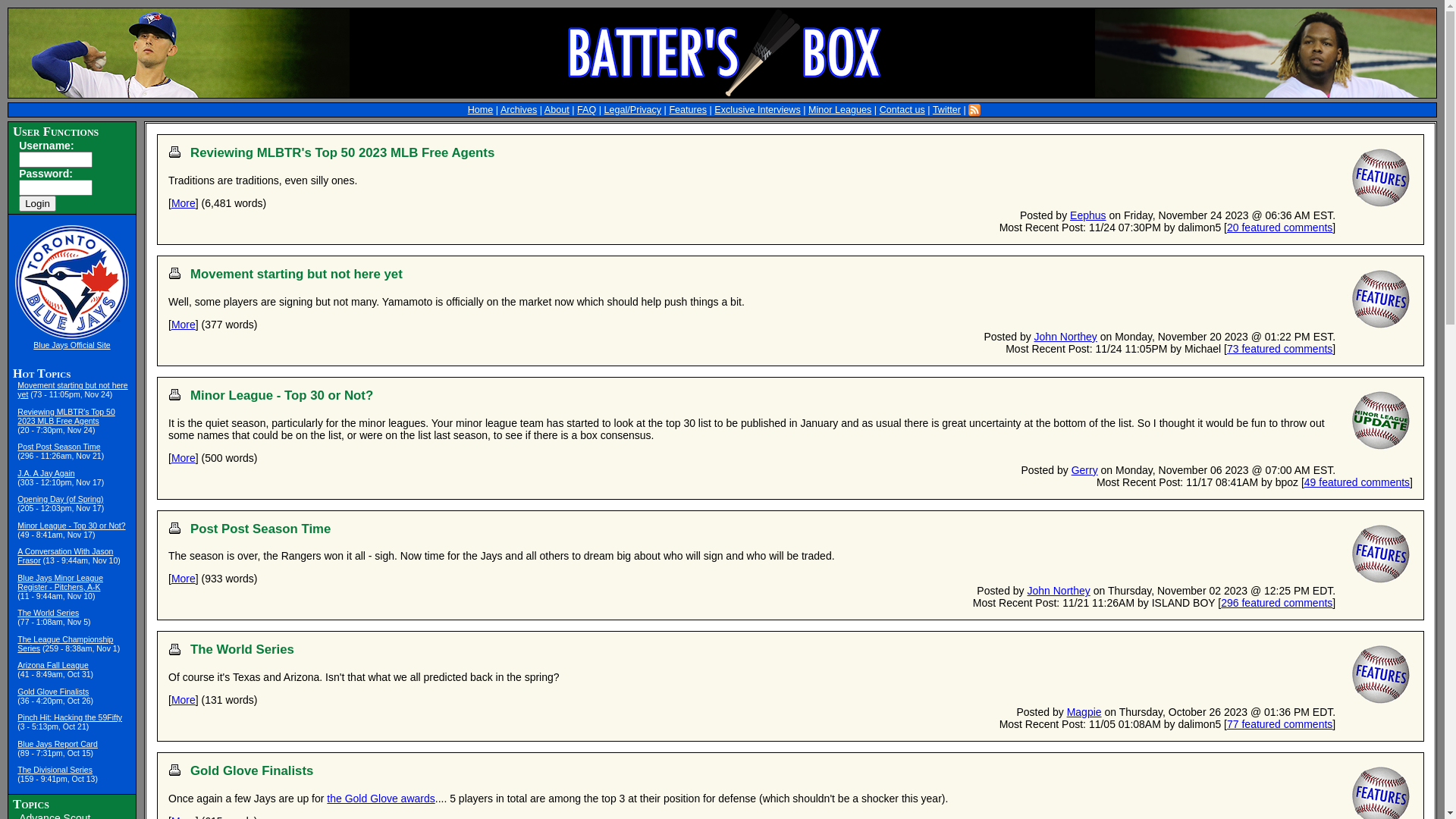  I want to click on '296 featured comments', so click(1276, 601).